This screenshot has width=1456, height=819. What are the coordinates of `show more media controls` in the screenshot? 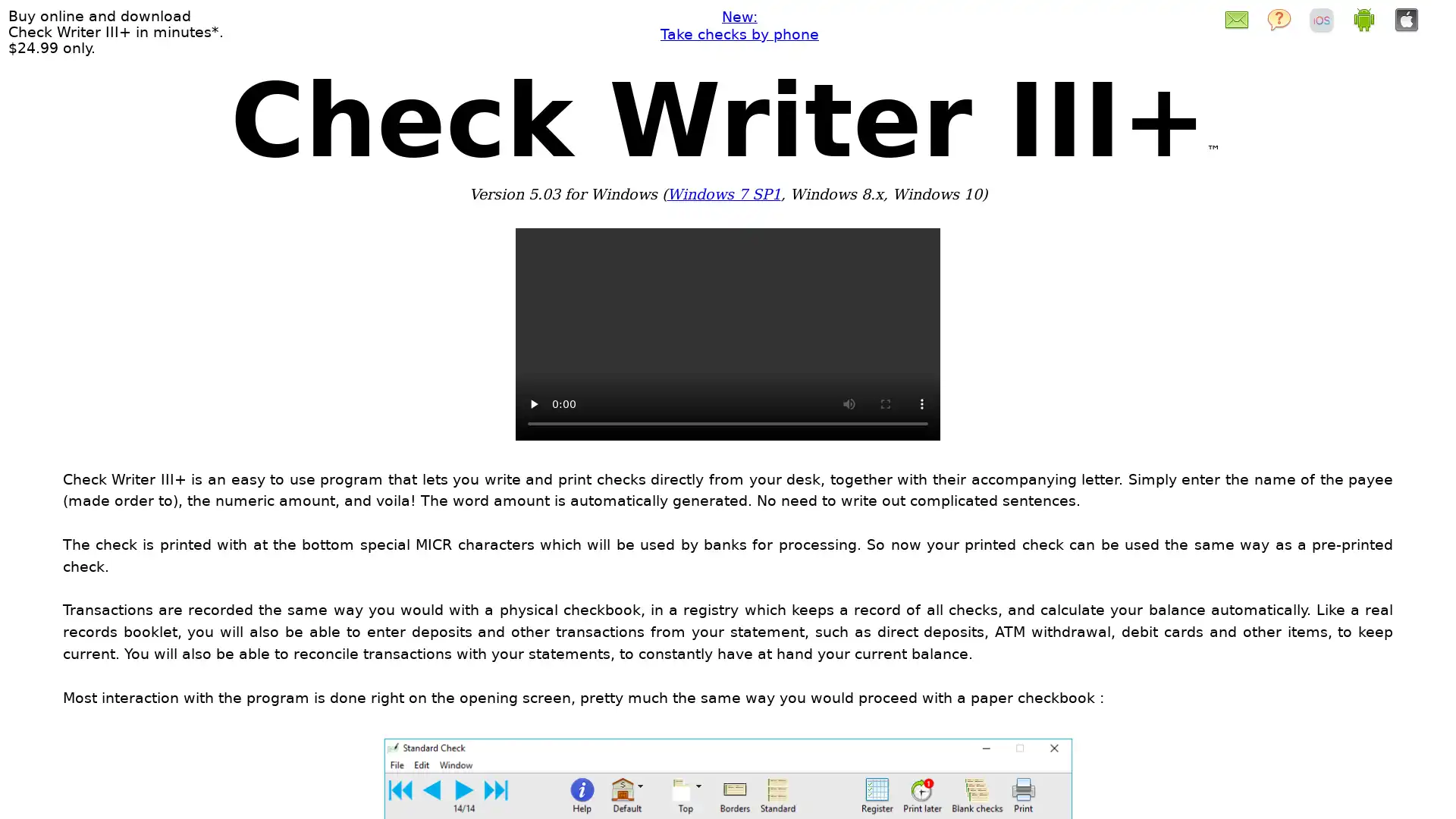 It's located at (921, 403).